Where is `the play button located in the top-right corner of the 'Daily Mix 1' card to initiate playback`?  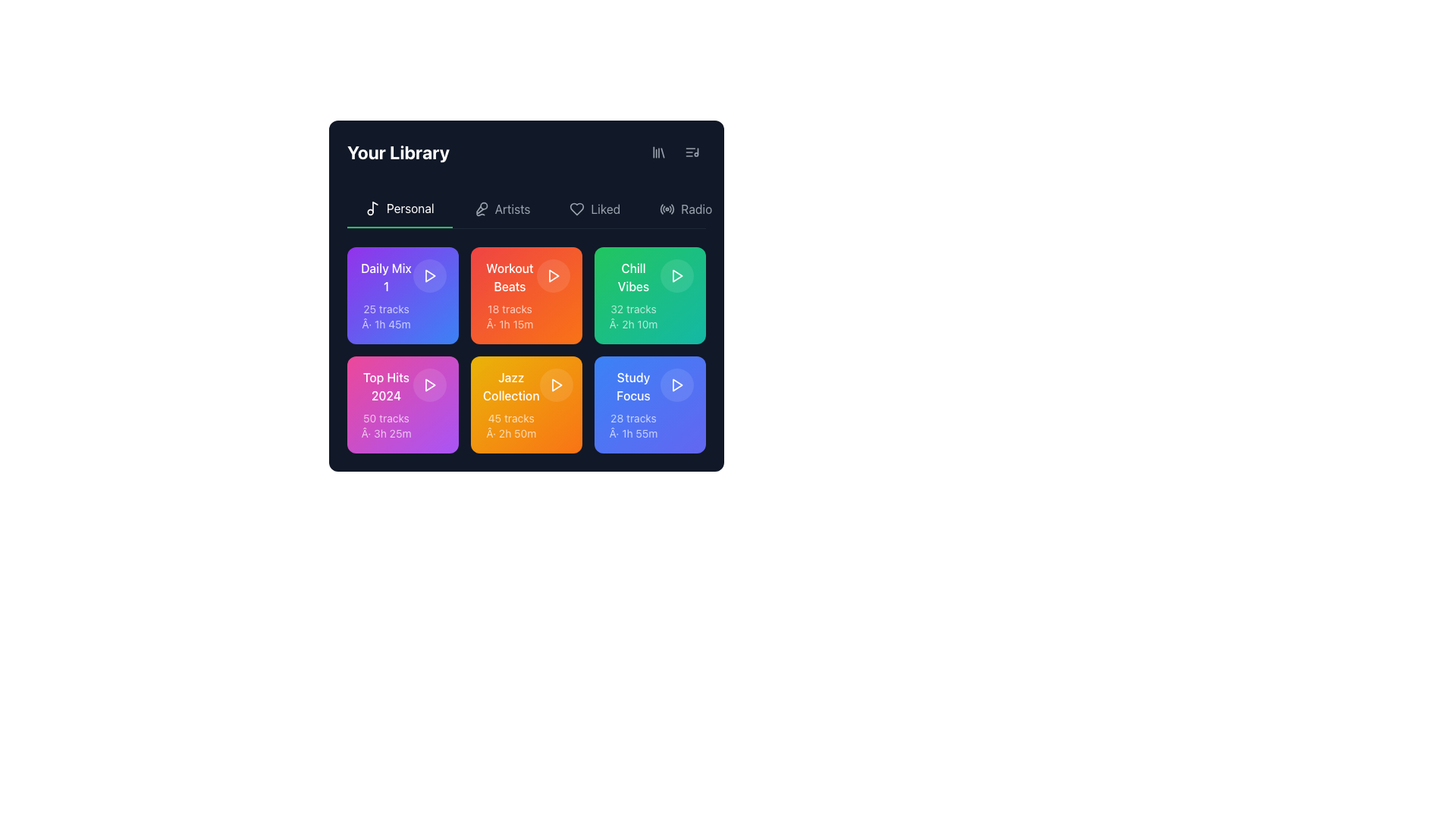 the play button located in the top-right corner of the 'Daily Mix 1' card to initiate playback is located at coordinates (428, 275).